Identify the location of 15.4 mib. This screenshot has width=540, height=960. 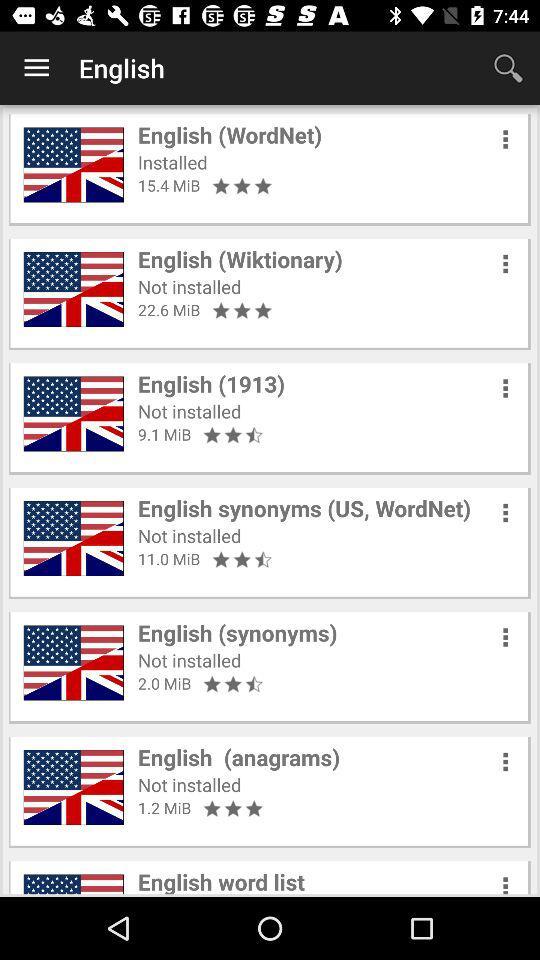
(168, 185).